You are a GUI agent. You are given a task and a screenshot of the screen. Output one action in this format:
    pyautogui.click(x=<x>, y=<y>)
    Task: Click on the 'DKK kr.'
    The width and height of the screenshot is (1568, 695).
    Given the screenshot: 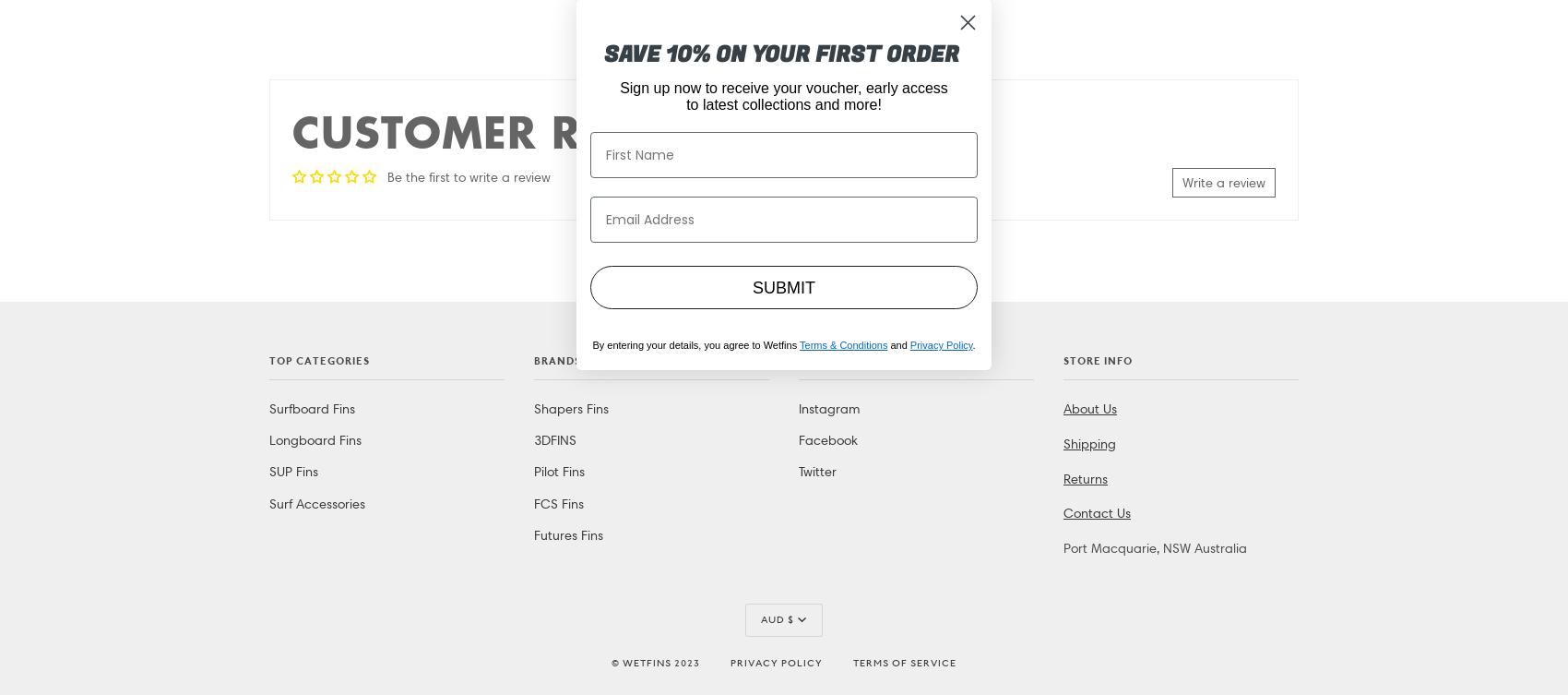 What is the action you would take?
    pyautogui.click(x=780, y=318)
    